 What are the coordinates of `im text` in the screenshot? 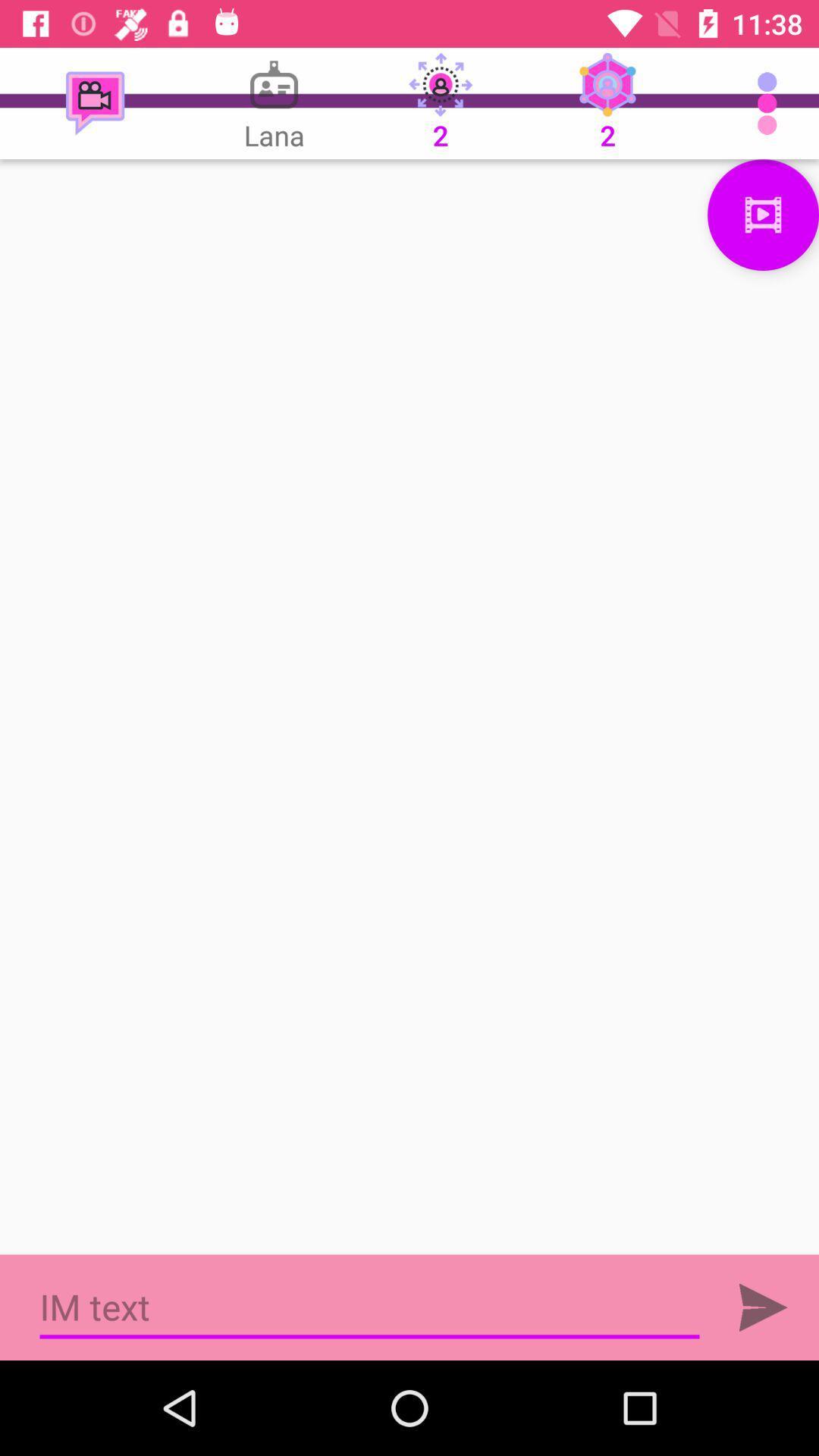 It's located at (369, 1307).